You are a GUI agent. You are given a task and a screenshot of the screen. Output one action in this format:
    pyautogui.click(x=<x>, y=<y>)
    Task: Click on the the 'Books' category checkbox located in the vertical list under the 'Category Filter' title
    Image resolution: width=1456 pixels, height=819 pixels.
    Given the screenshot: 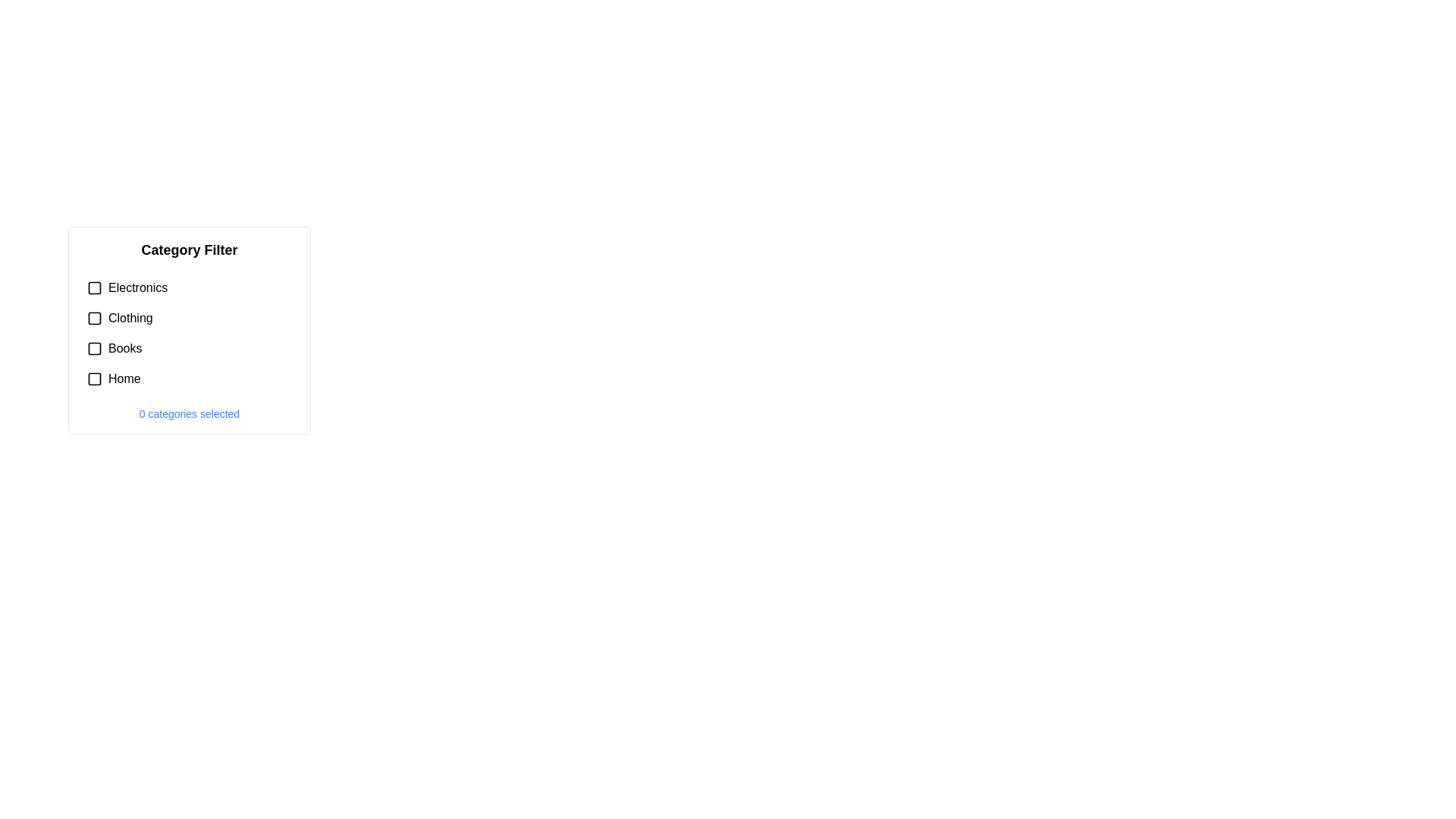 What is the action you would take?
    pyautogui.click(x=188, y=348)
    